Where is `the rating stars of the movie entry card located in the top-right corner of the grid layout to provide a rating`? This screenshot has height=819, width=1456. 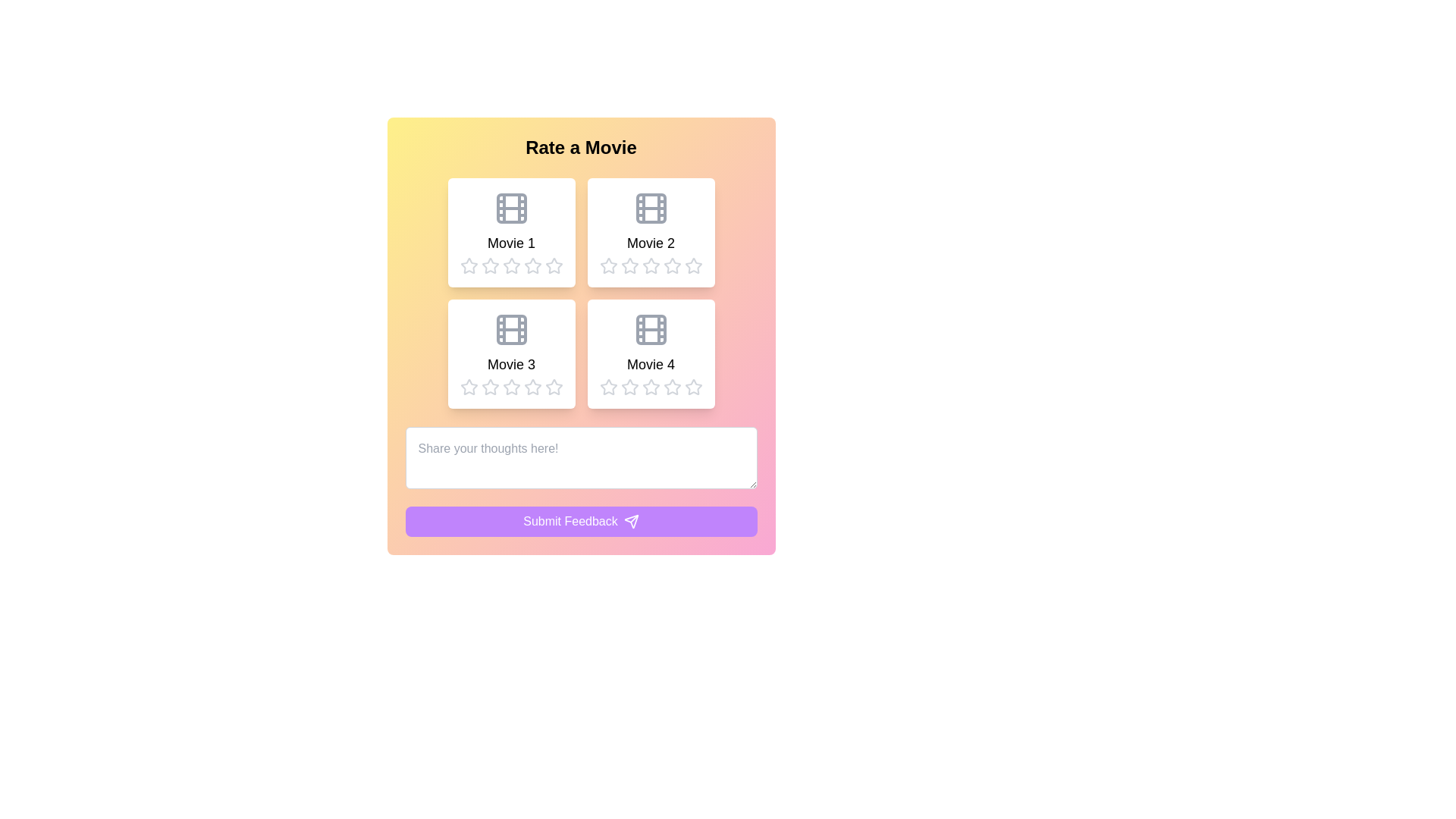 the rating stars of the movie entry card located in the top-right corner of the grid layout to provide a rating is located at coordinates (651, 233).